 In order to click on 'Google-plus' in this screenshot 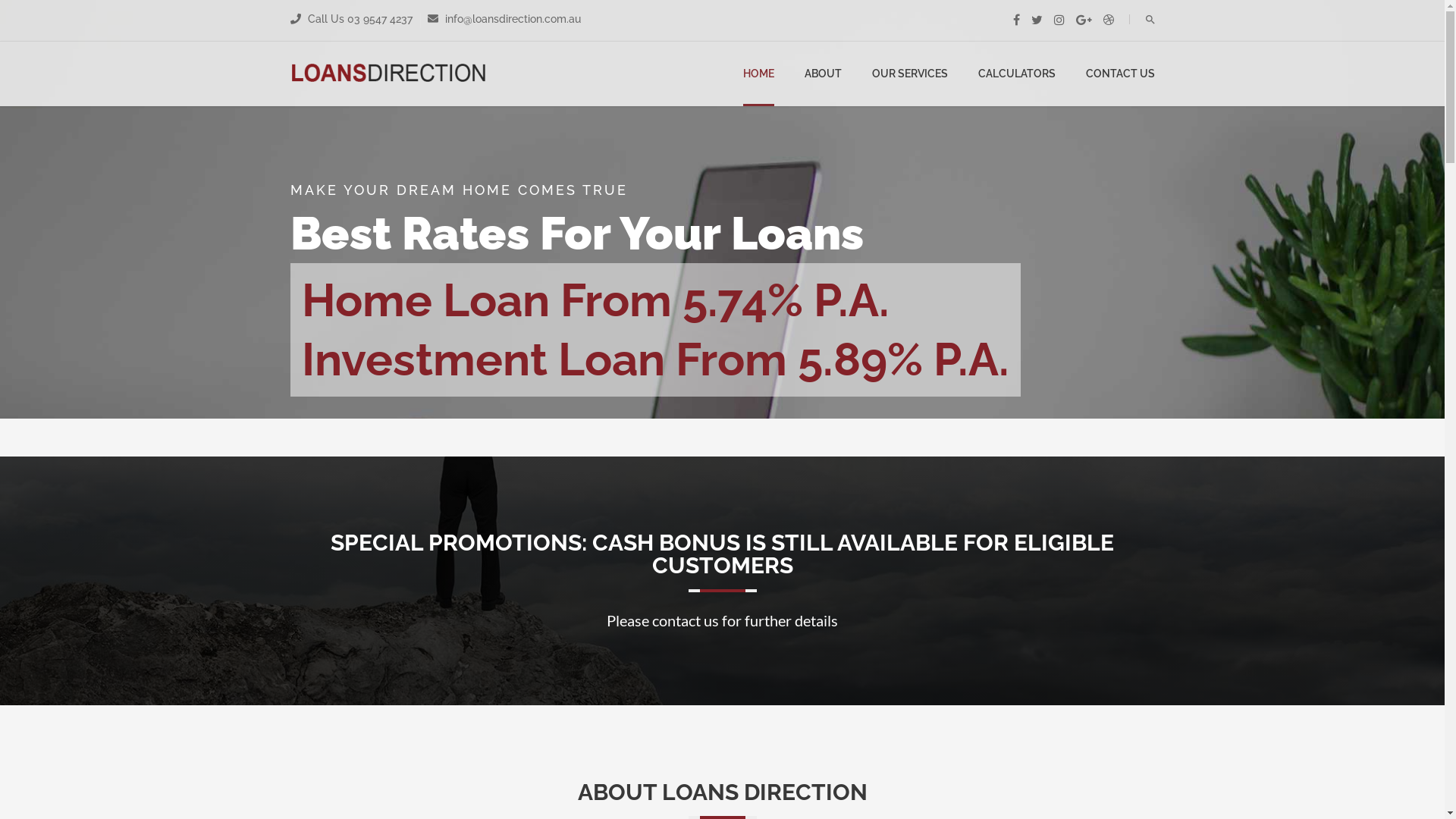, I will do `click(1082, 20)`.